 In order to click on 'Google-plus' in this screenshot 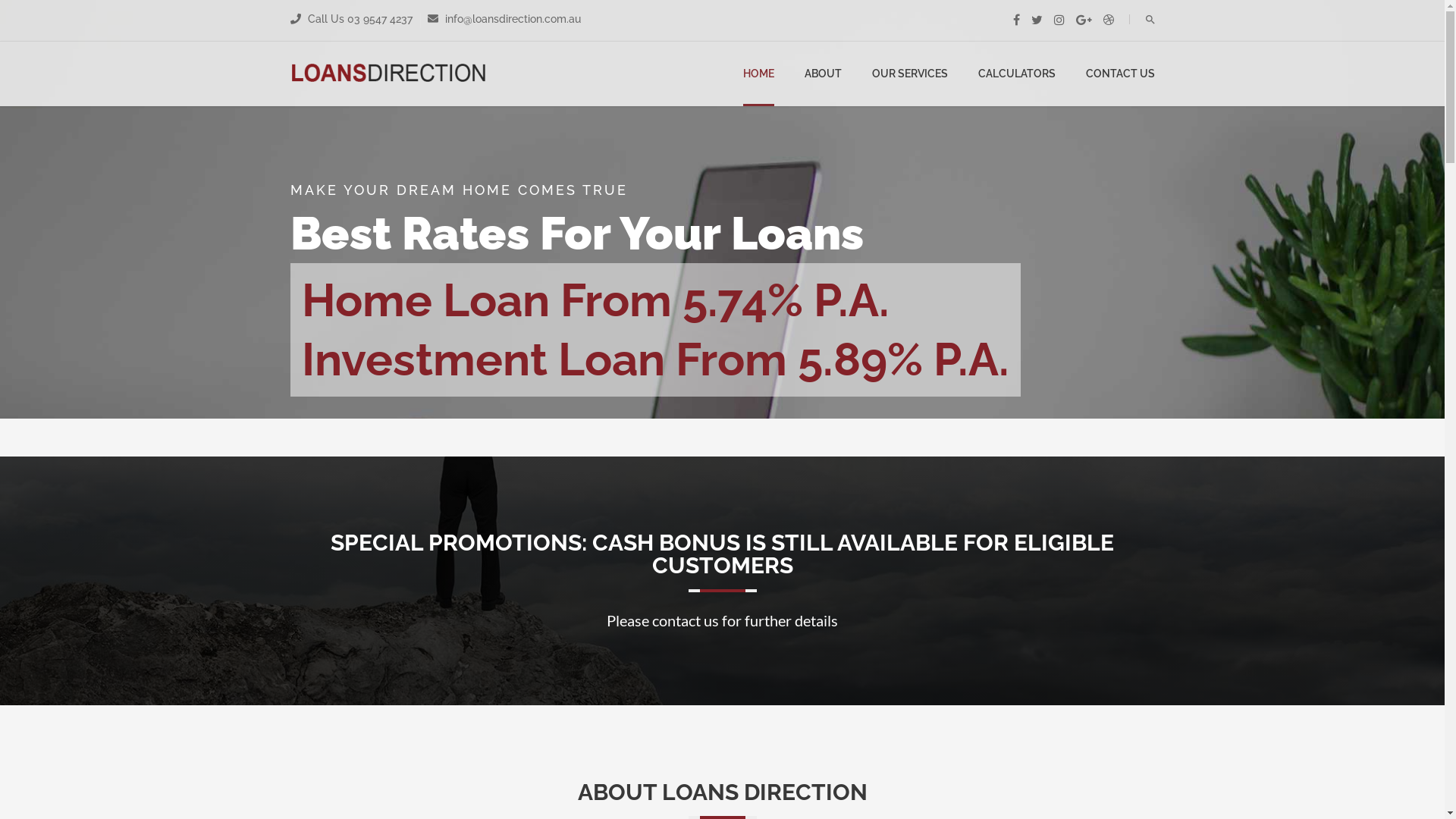, I will do `click(1082, 20)`.